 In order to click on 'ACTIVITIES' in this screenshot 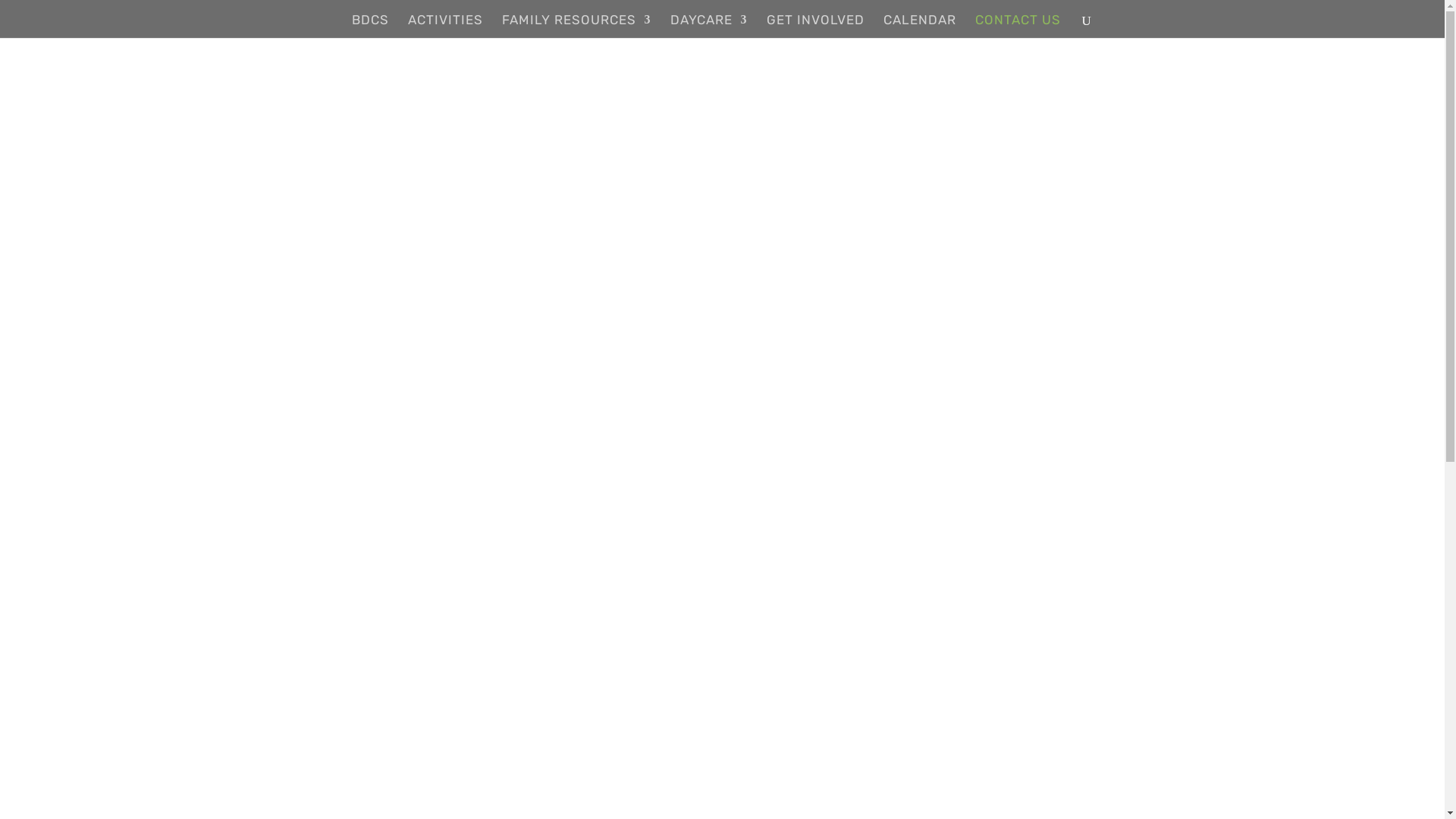, I will do `click(407, 26)`.